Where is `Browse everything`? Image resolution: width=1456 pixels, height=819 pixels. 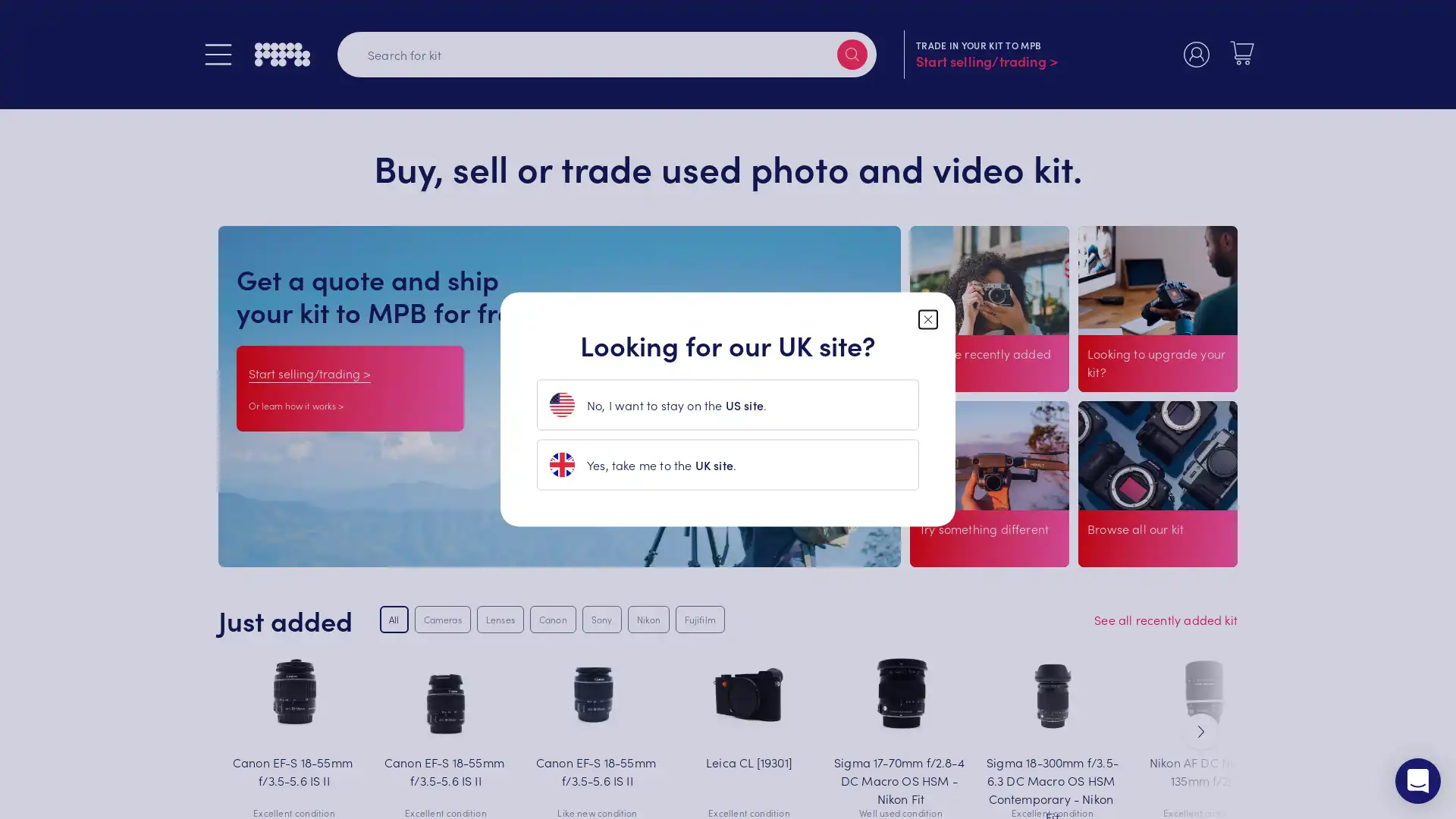 Browse everything is located at coordinates (1139, 551).